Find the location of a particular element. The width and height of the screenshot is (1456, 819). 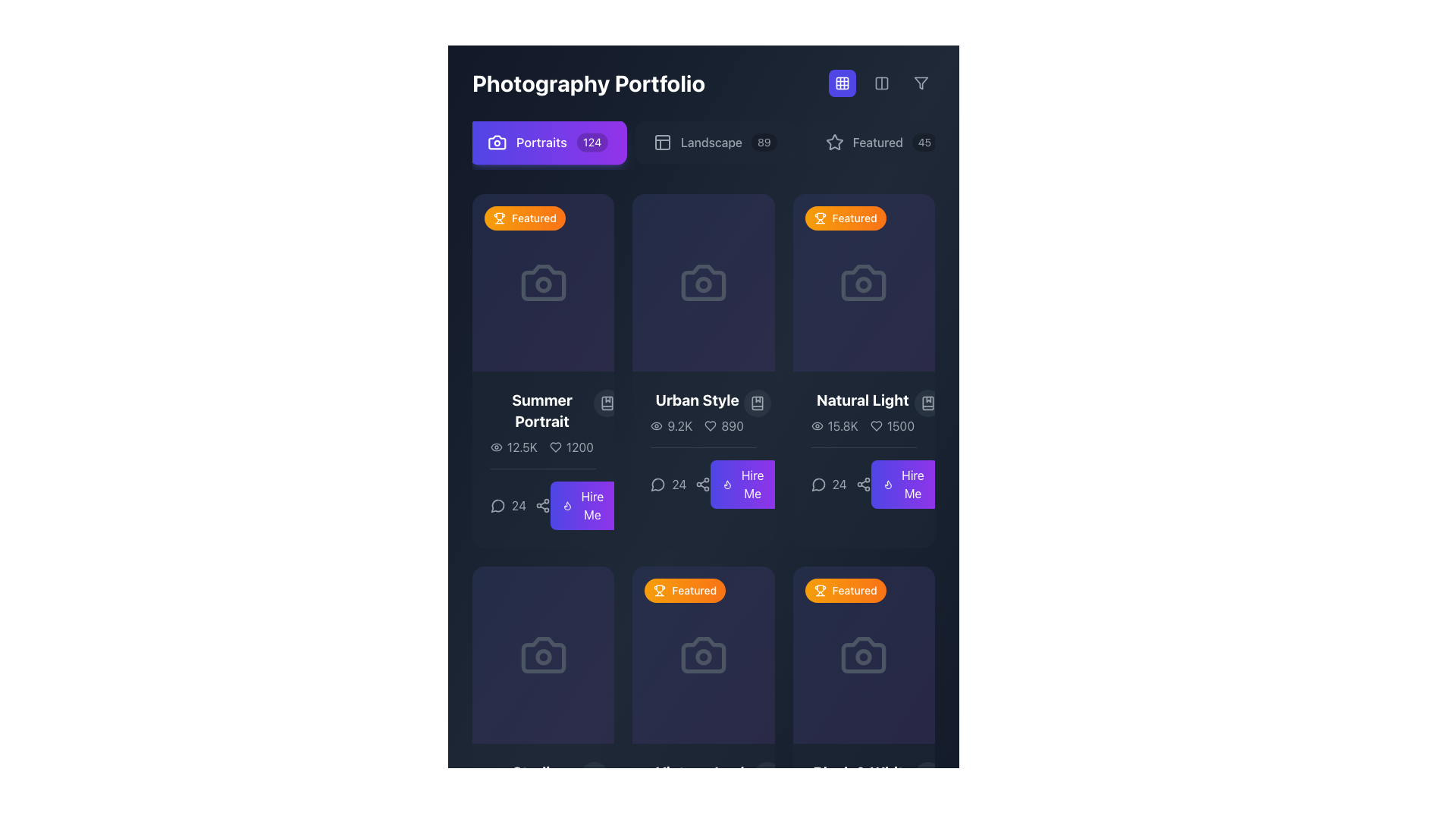

the middle button in the top-right corner of the interface is located at coordinates (881, 83).